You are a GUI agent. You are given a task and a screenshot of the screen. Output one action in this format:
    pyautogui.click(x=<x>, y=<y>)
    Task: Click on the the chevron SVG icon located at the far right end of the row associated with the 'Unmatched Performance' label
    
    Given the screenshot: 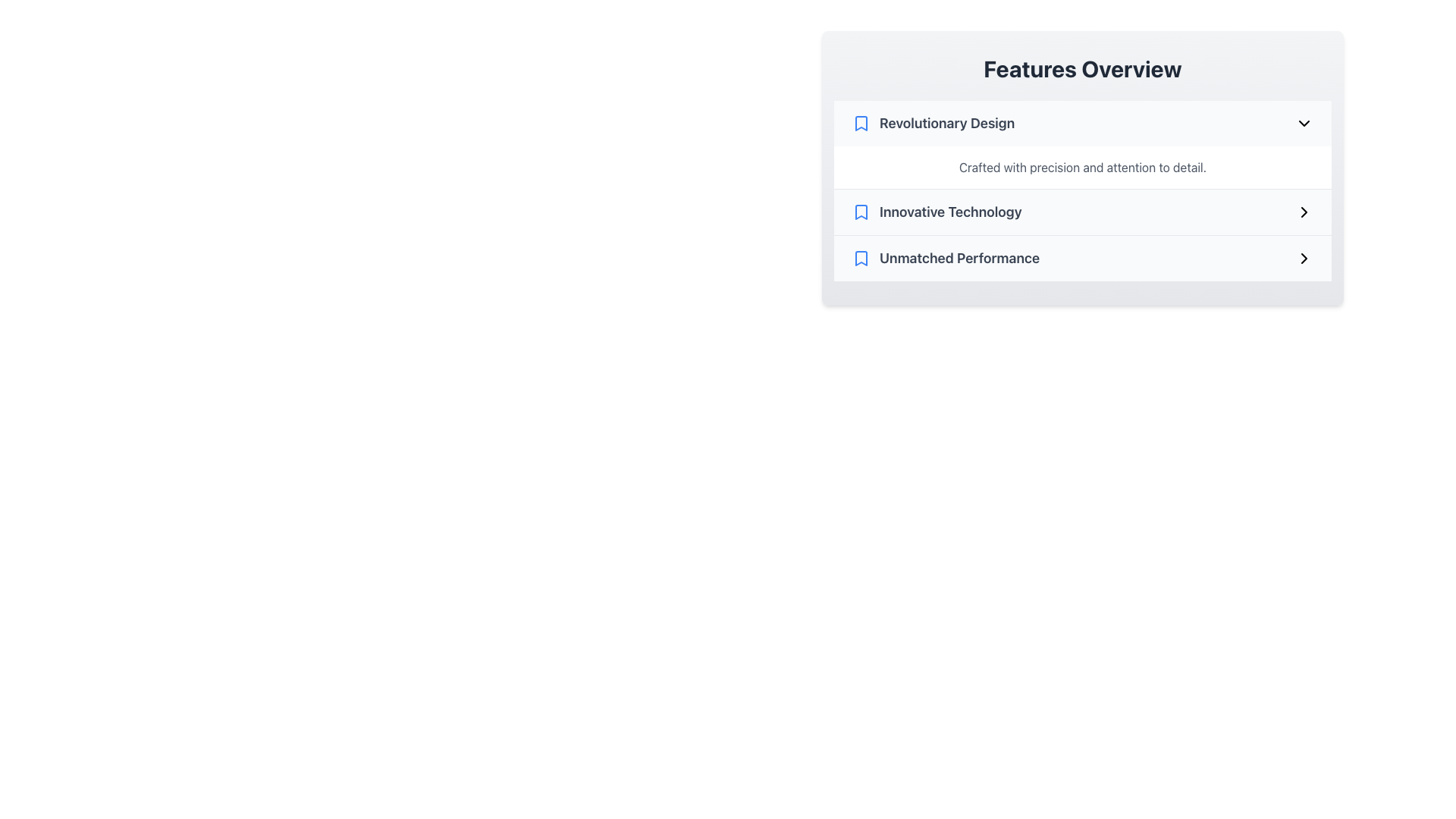 What is the action you would take?
    pyautogui.click(x=1303, y=257)
    